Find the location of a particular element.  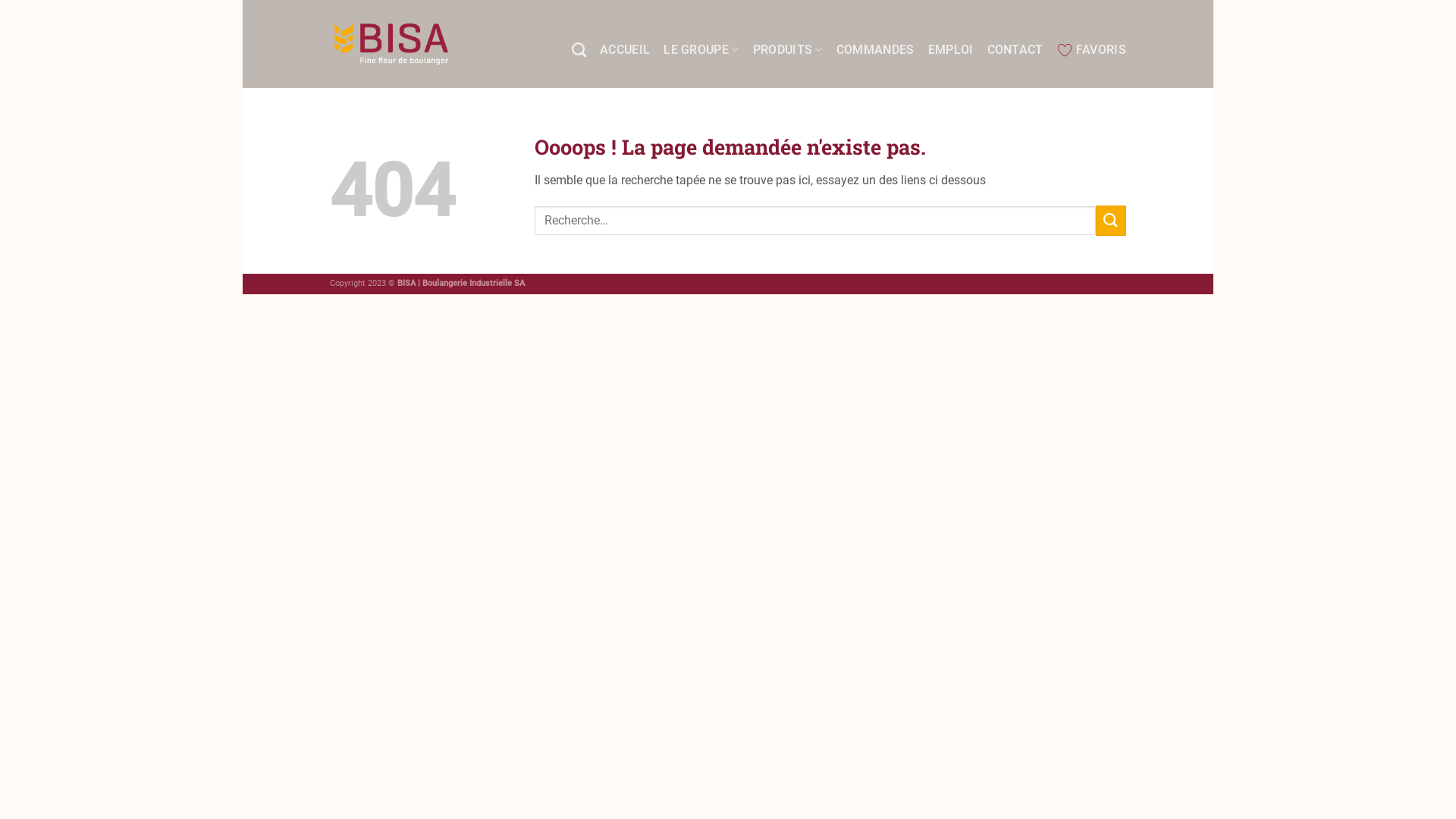

'FAVORIS' is located at coordinates (1090, 49).